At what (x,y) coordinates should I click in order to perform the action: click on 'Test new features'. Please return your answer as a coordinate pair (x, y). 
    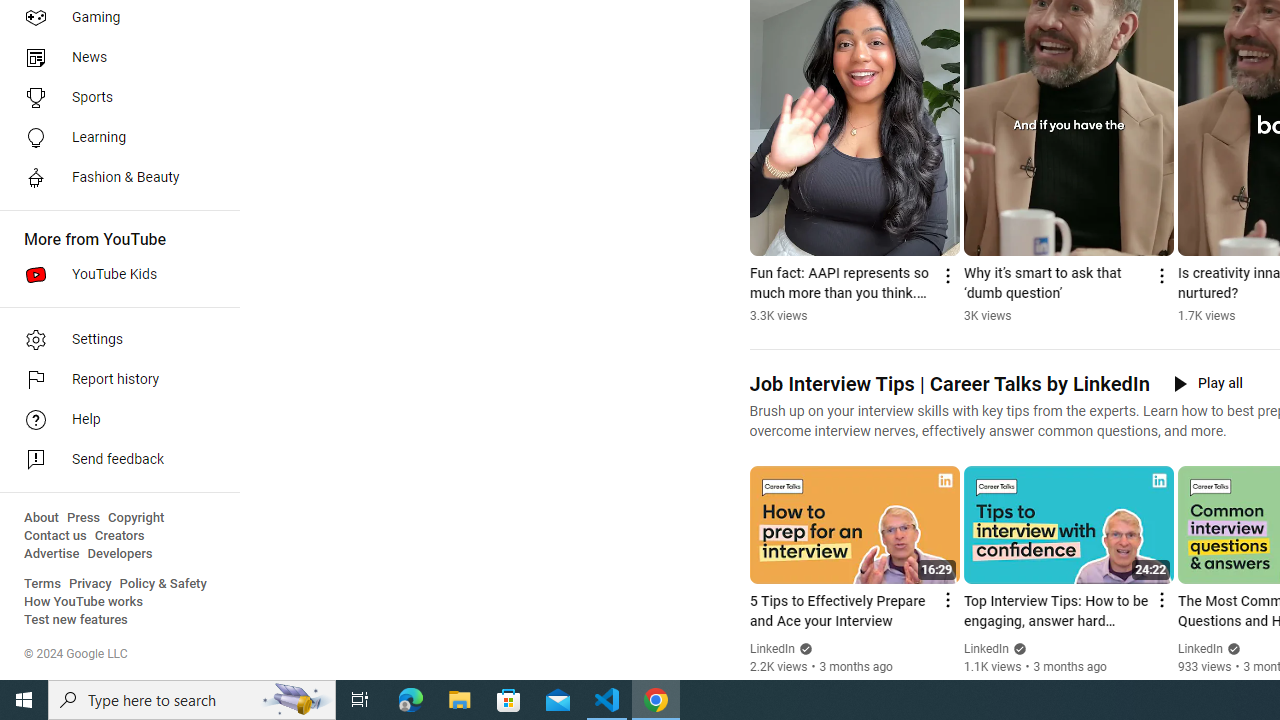
    Looking at the image, I should click on (76, 619).